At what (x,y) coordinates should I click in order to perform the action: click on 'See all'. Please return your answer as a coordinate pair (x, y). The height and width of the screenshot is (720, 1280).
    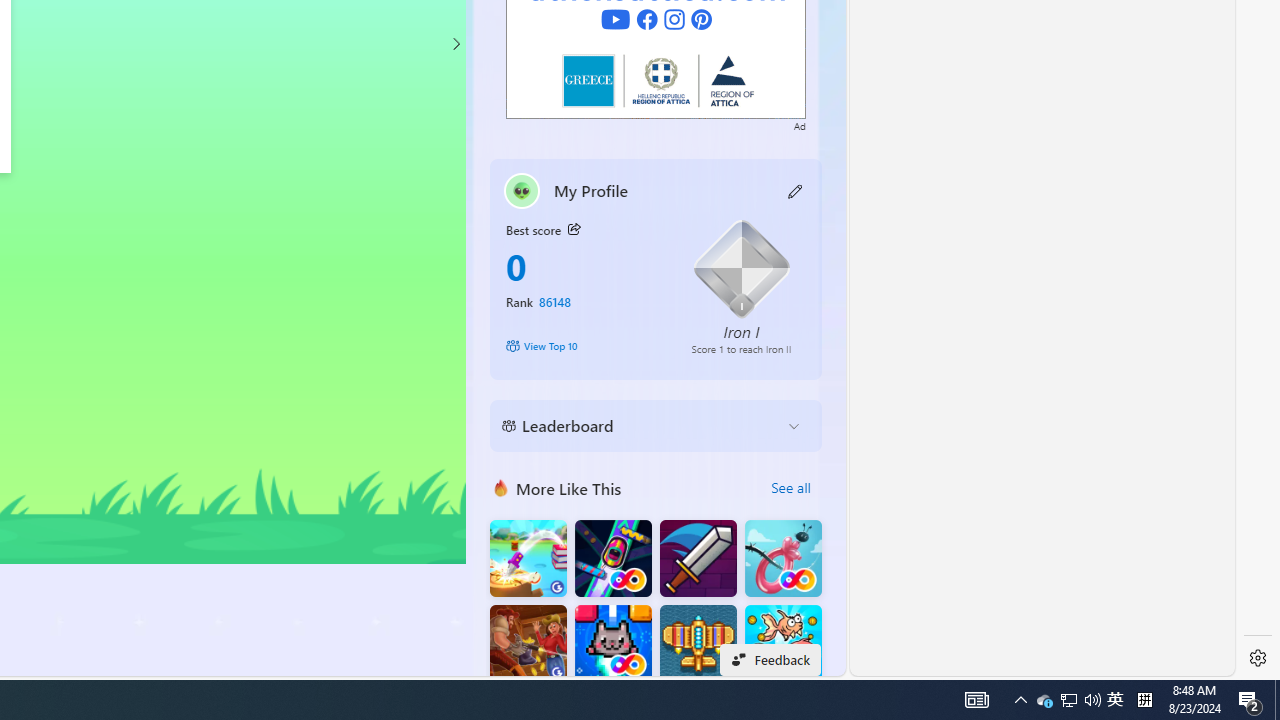
    Looking at the image, I should click on (790, 488).